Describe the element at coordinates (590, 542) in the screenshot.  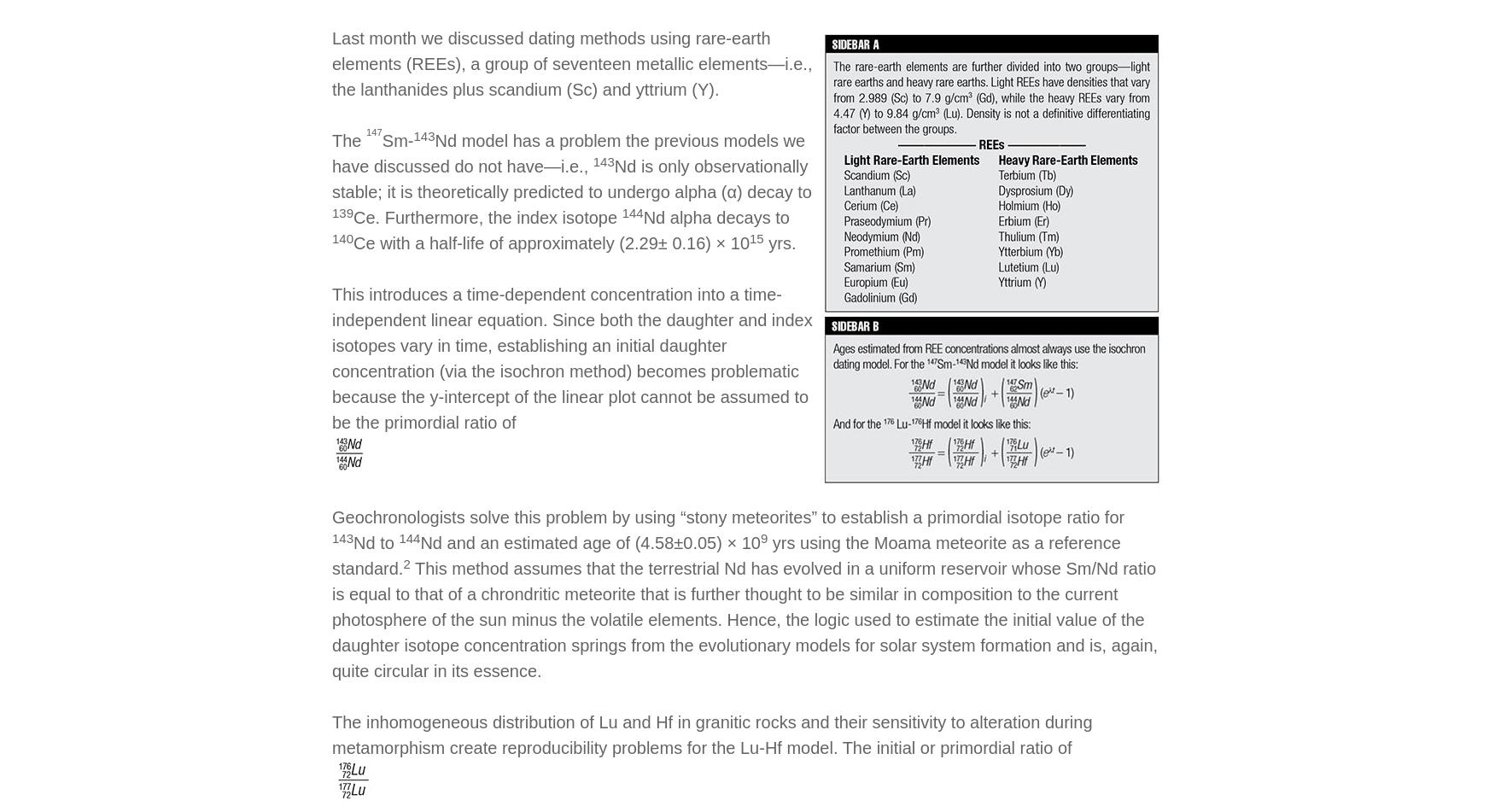
I see `'Nd and an estimated age of (4.58±0.05) × 10'` at that location.